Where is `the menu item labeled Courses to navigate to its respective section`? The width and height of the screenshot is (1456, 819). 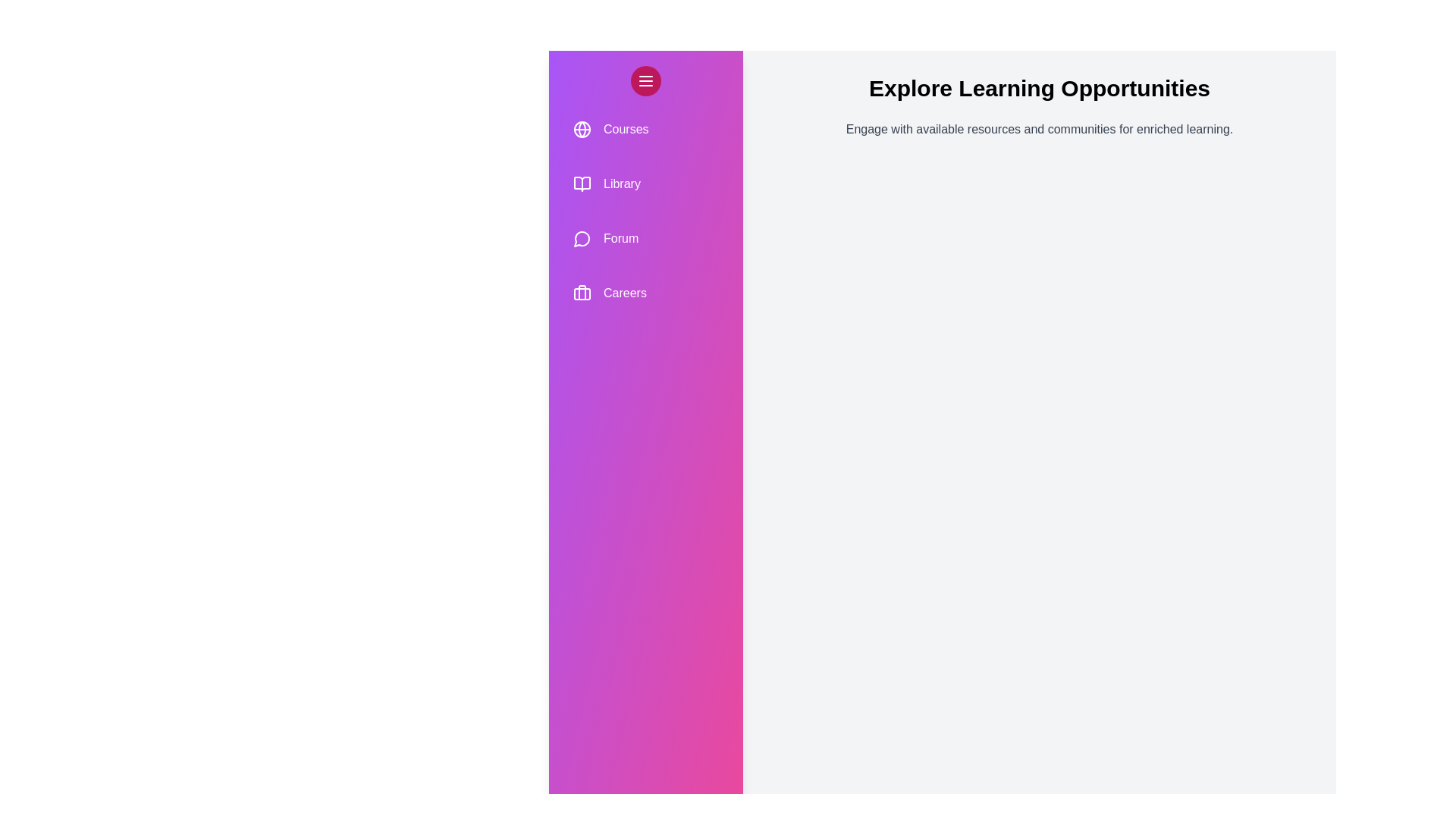 the menu item labeled Courses to navigate to its respective section is located at coordinates (645, 128).